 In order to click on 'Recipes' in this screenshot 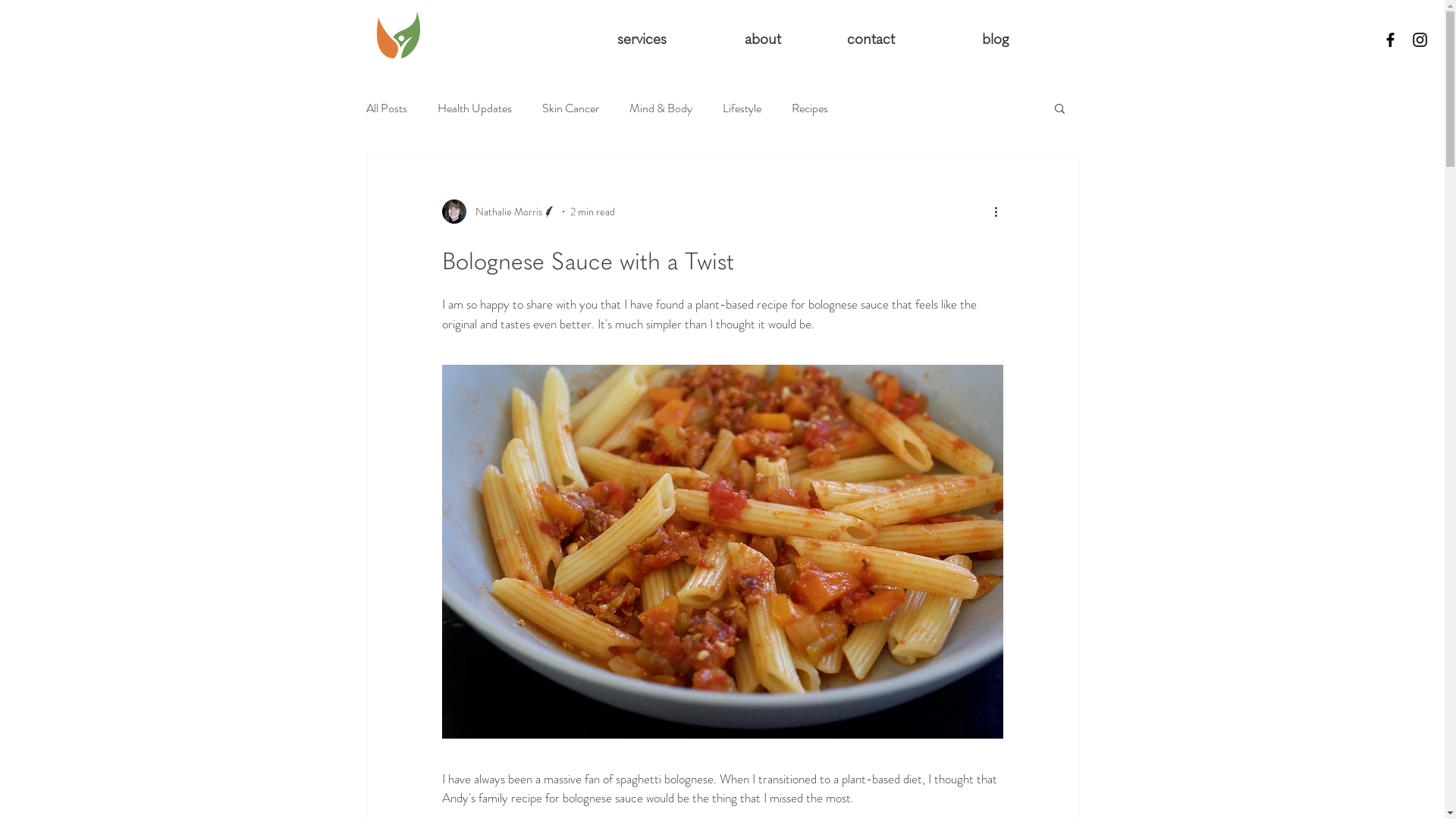, I will do `click(790, 106)`.